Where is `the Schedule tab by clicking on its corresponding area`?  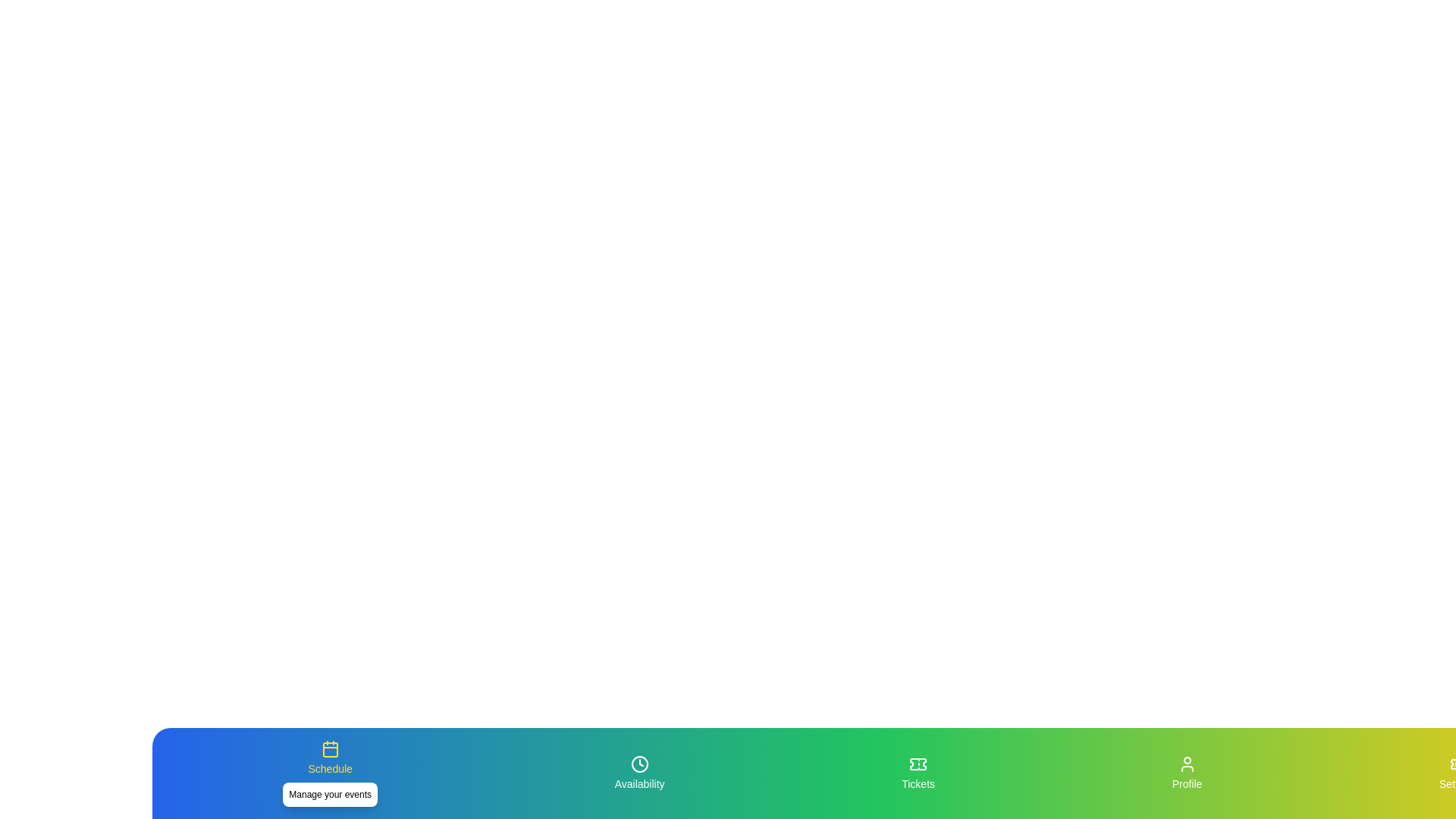 the Schedule tab by clicking on its corresponding area is located at coordinates (329, 773).